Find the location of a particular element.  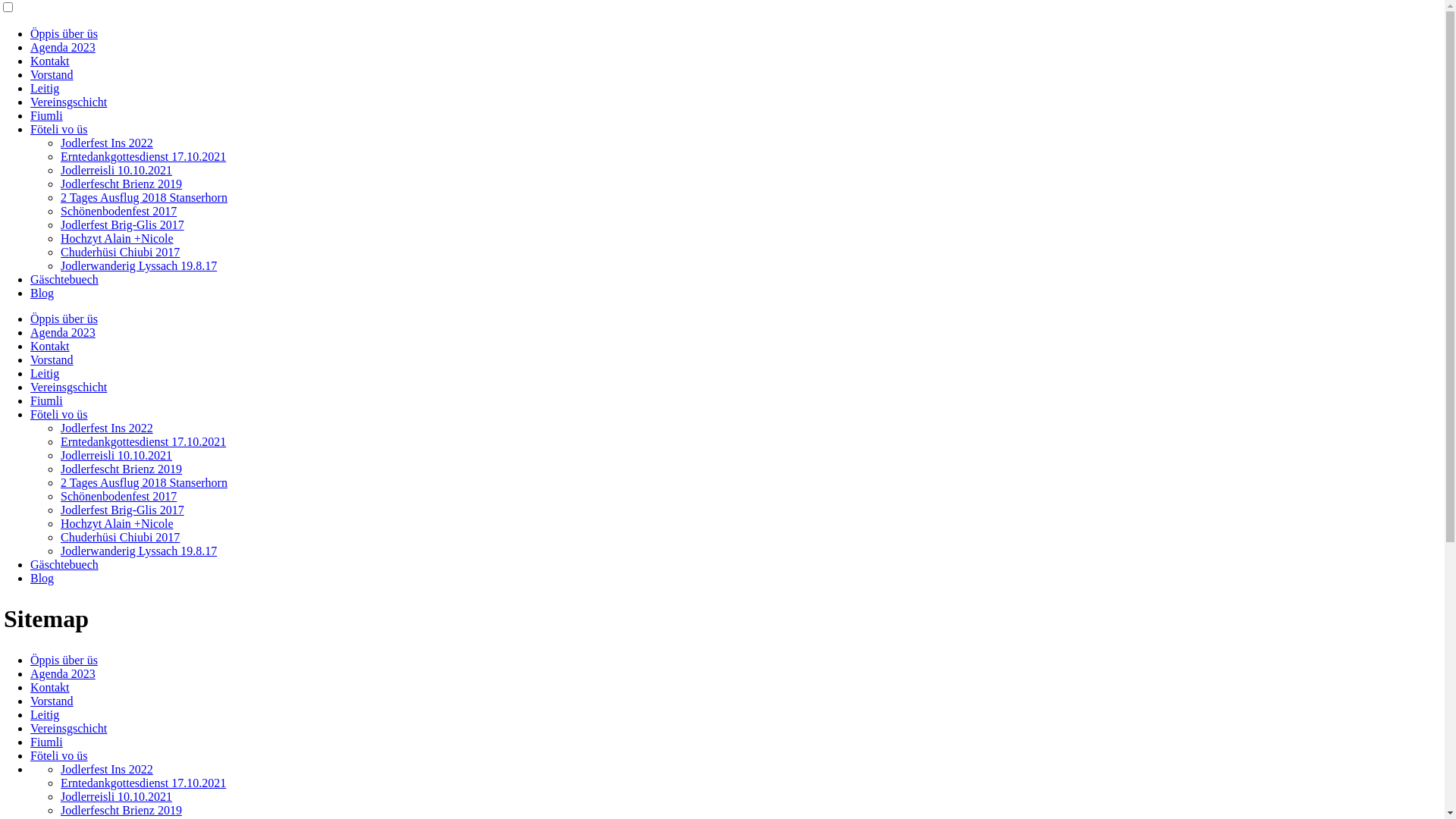

'Leitig' is located at coordinates (44, 88).